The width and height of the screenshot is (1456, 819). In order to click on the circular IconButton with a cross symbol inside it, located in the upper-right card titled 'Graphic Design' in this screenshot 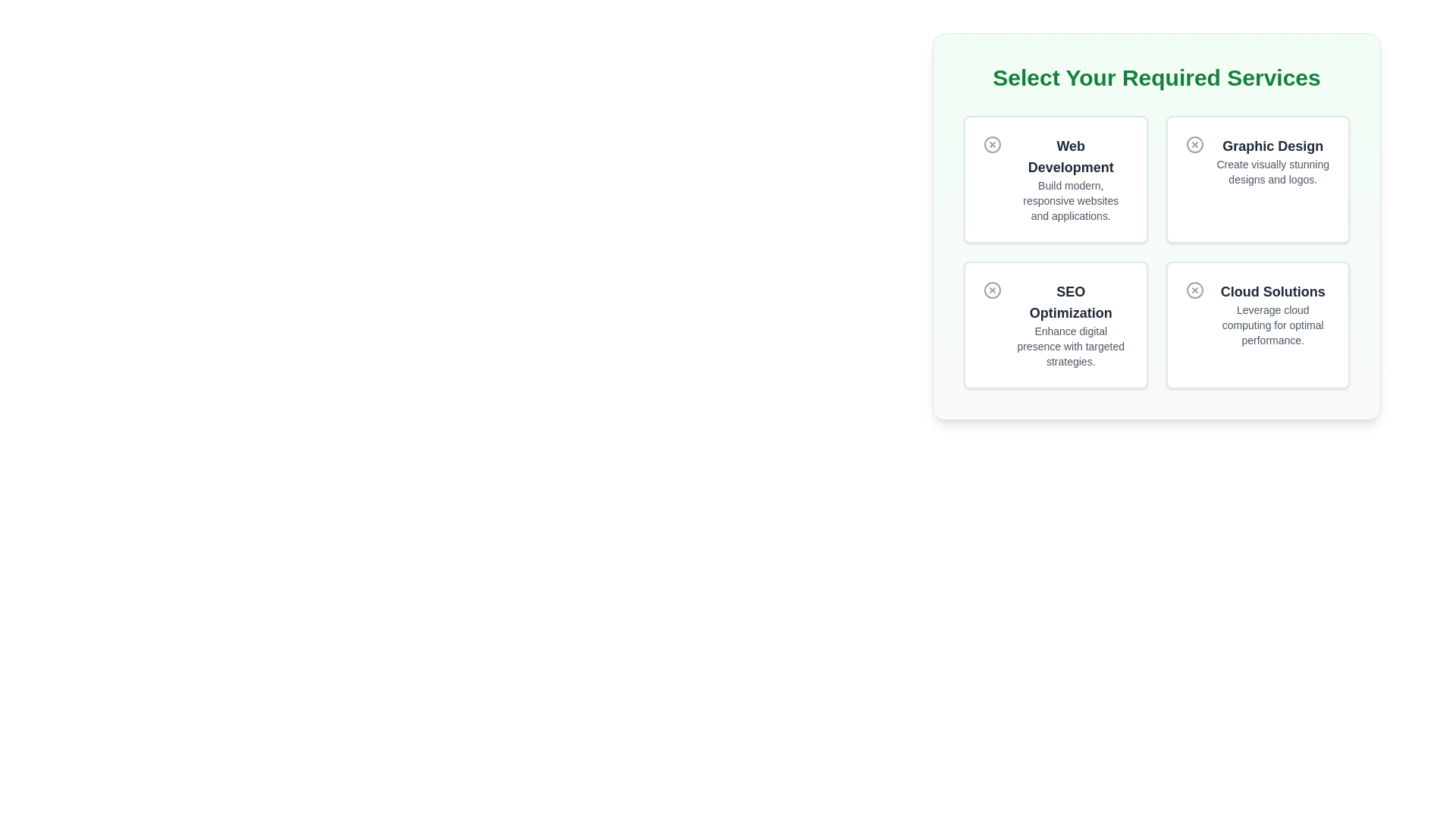, I will do `click(1194, 145)`.